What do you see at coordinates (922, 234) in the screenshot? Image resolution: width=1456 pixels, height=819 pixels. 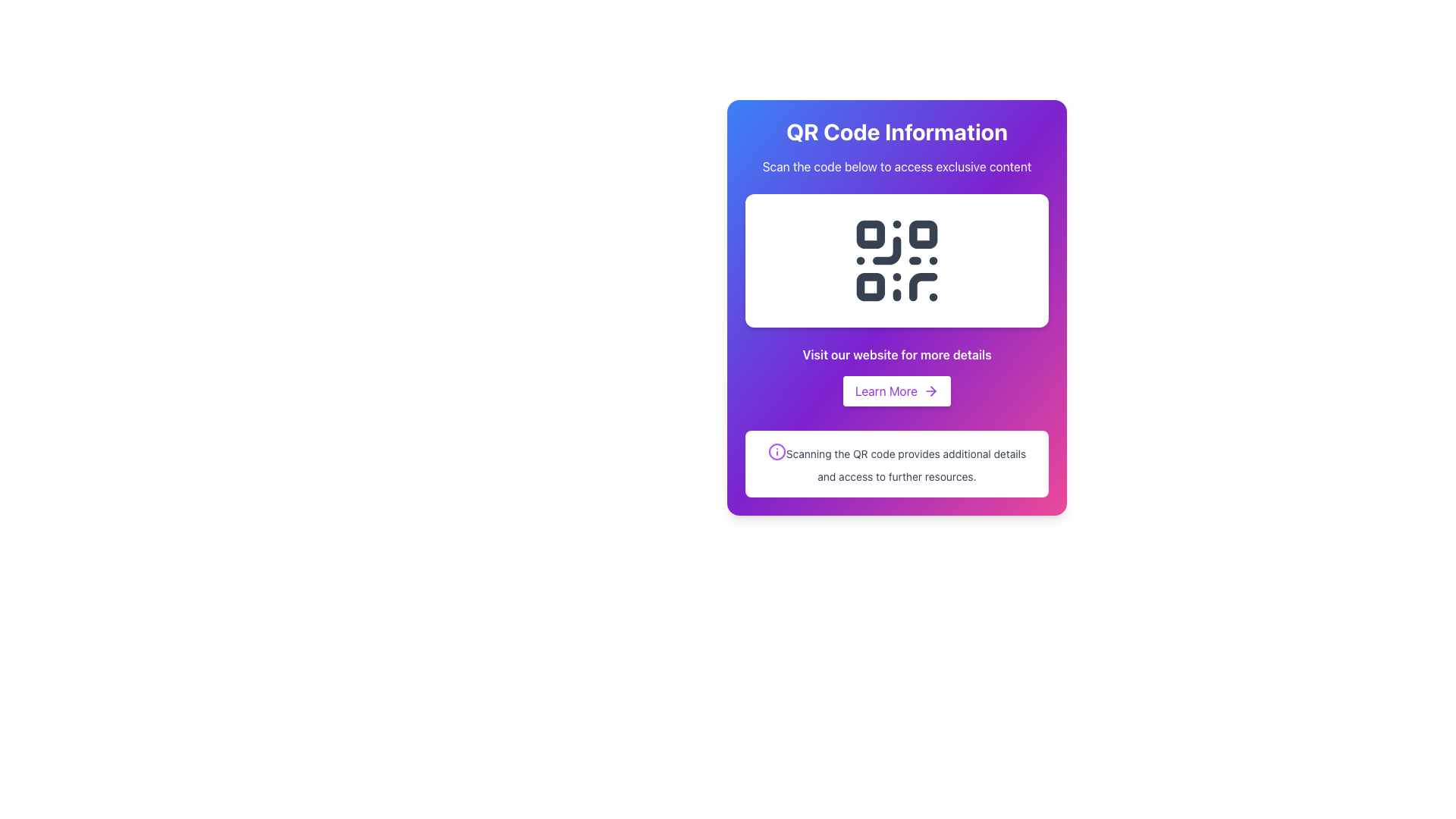 I see `the small square with rounded edges located in the top-right corner of the QR code, styled in a contrasting color to the main QR code elements` at bounding box center [922, 234].